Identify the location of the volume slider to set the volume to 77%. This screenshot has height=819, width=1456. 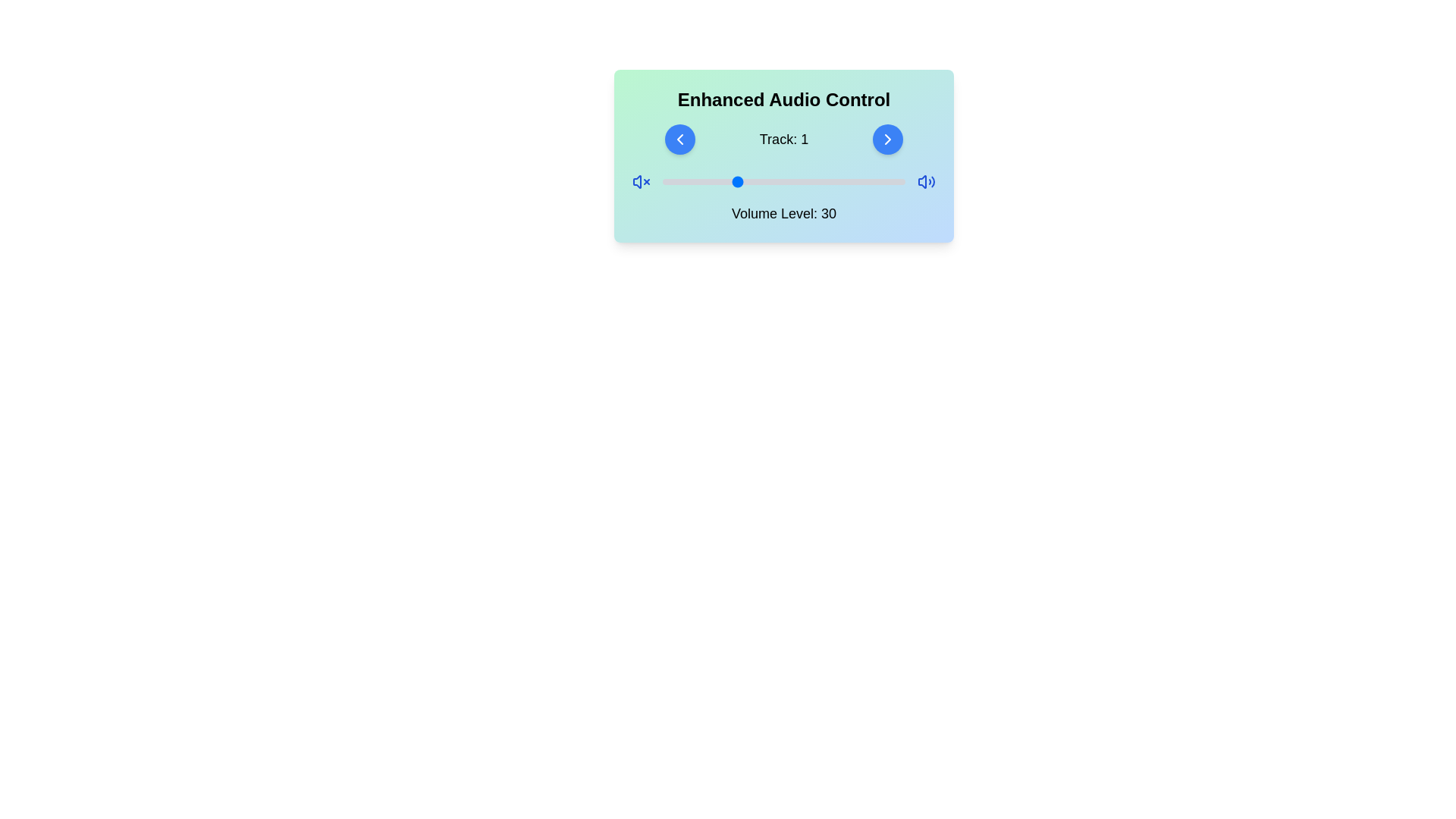
(849, 180).